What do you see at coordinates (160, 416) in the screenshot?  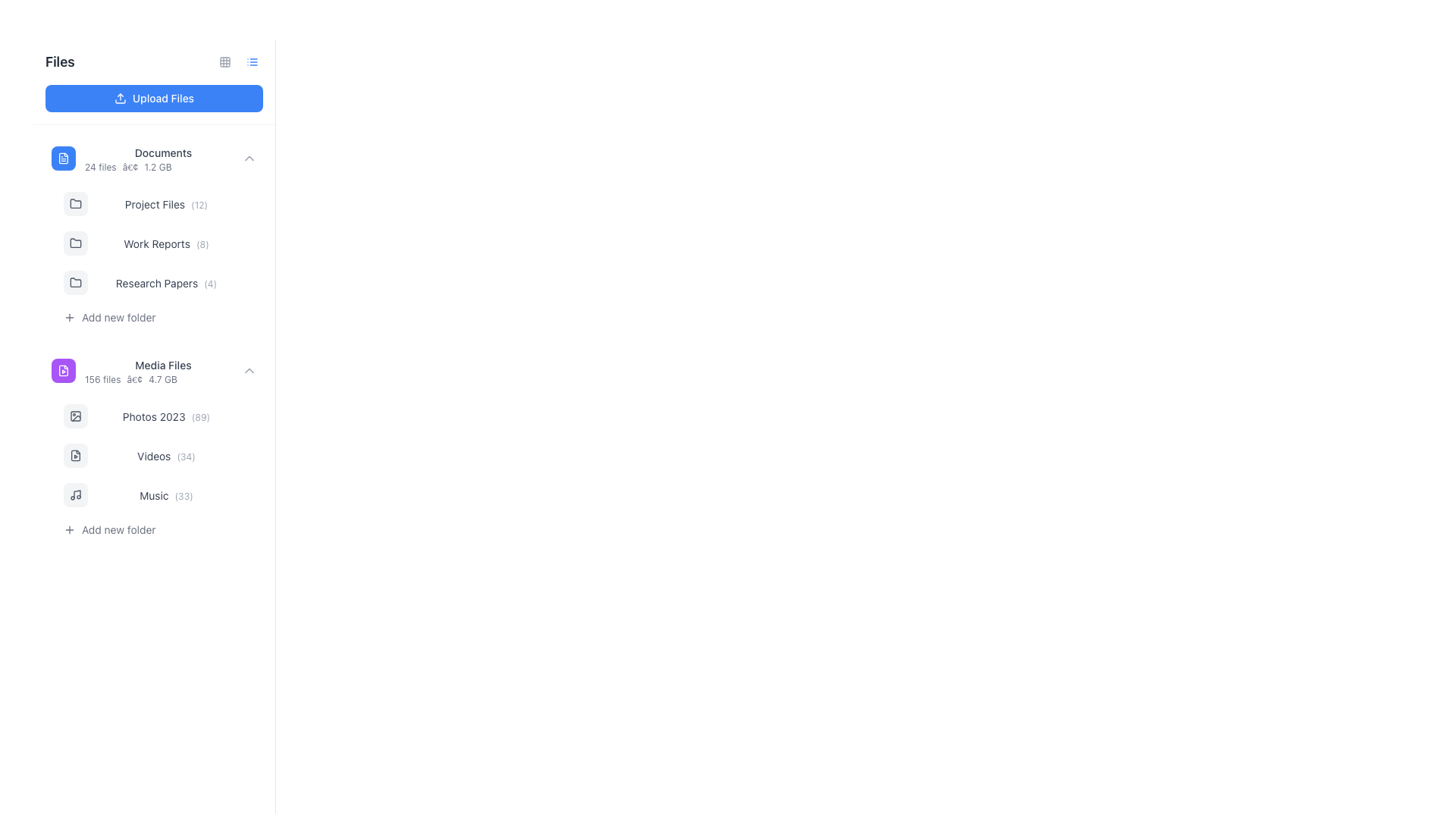 I see `the first Navigation List Item in the 'Media Files' section that links to 'Photos 2023'` at bounding box center [160, 416].